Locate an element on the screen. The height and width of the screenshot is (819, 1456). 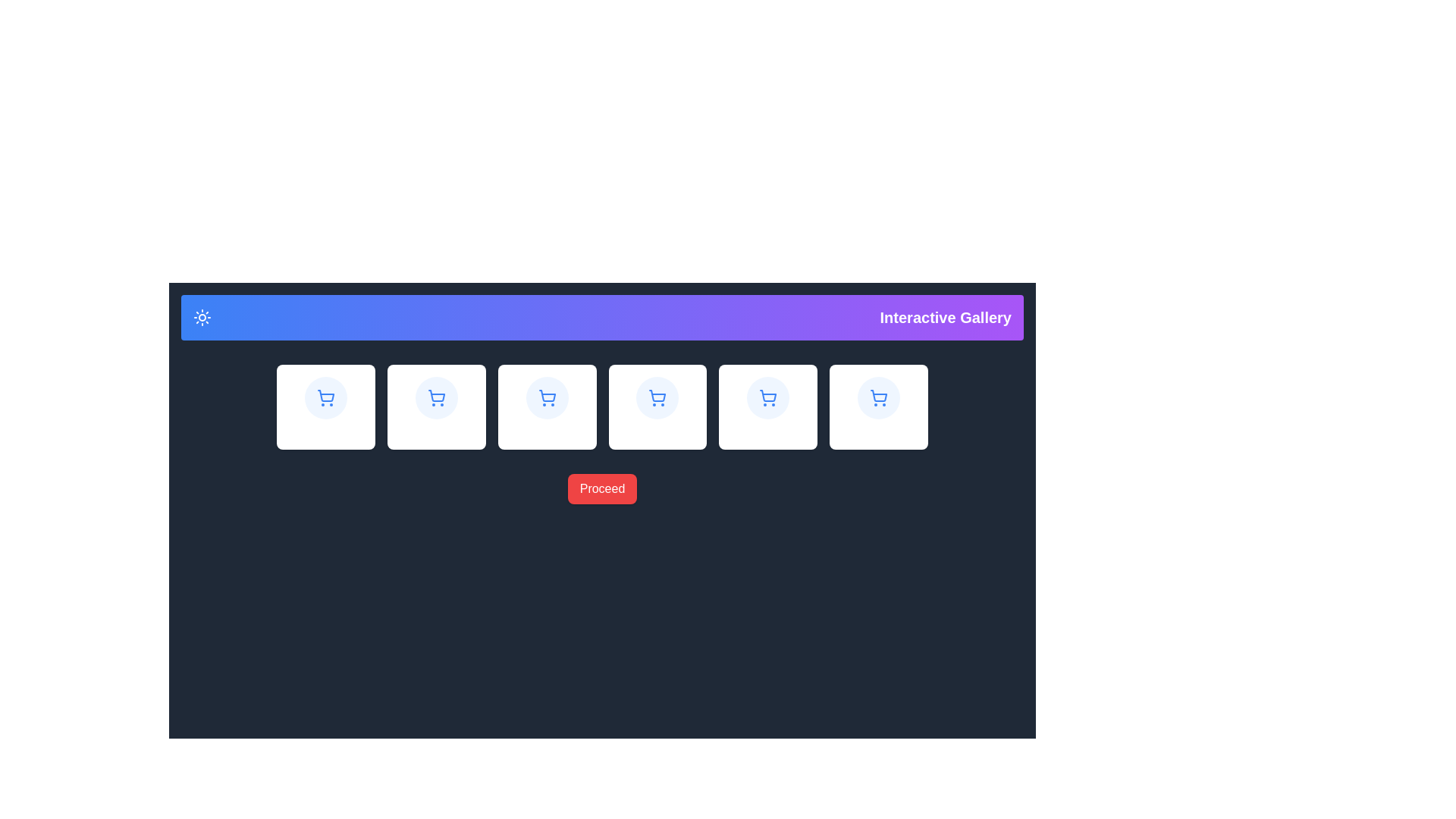
the blue shopping cart icon, which is the third icon from the left in a linear arrangement is located at coordinates (546, 397).